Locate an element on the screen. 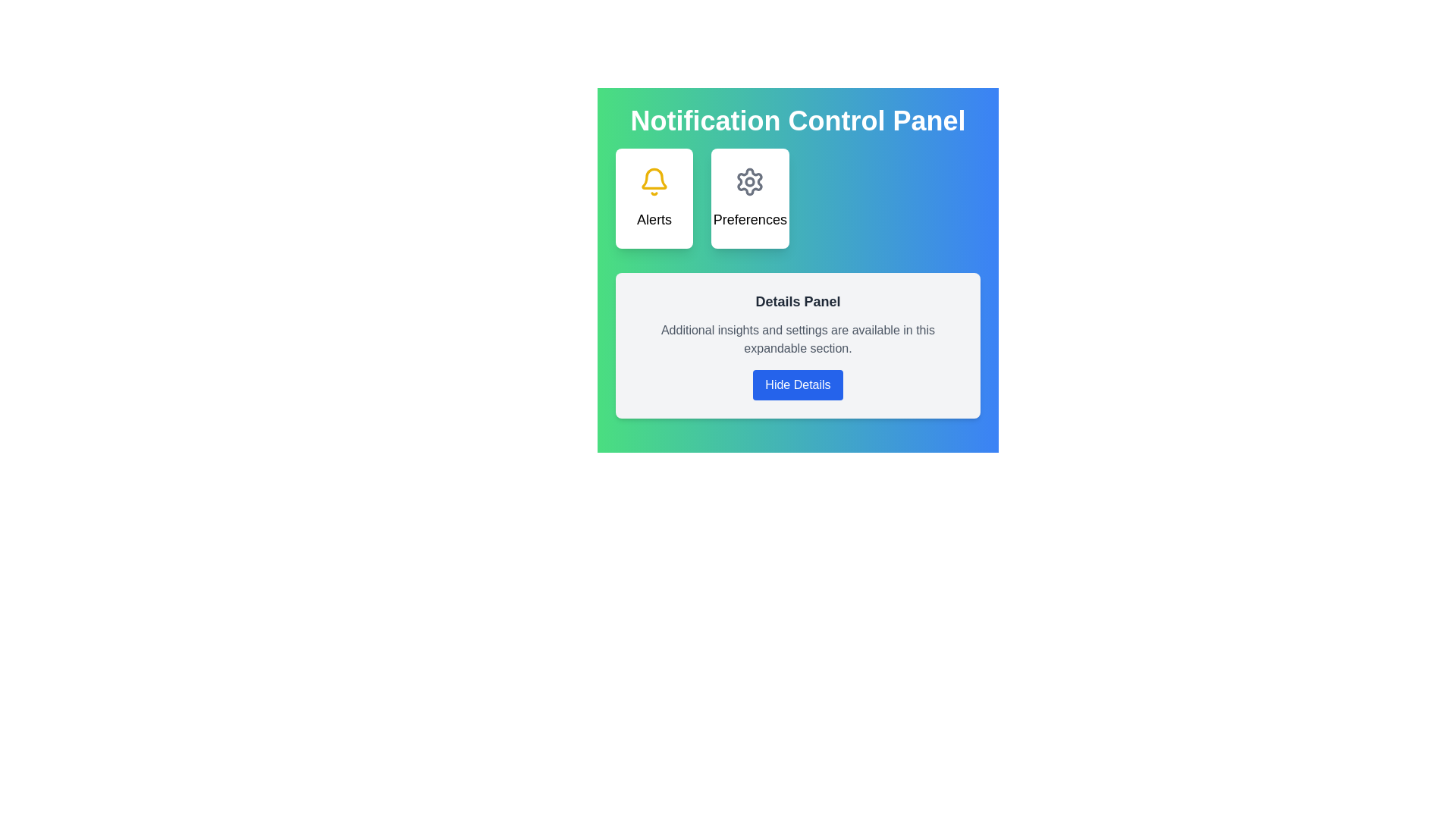 Image resolution: width=1456 pixels, height=819 pixels. the 'Preferences' card in the interactive card grid located below the 'Notification Control Panel' title to adjust preferences is located at coordinates (797, 198).